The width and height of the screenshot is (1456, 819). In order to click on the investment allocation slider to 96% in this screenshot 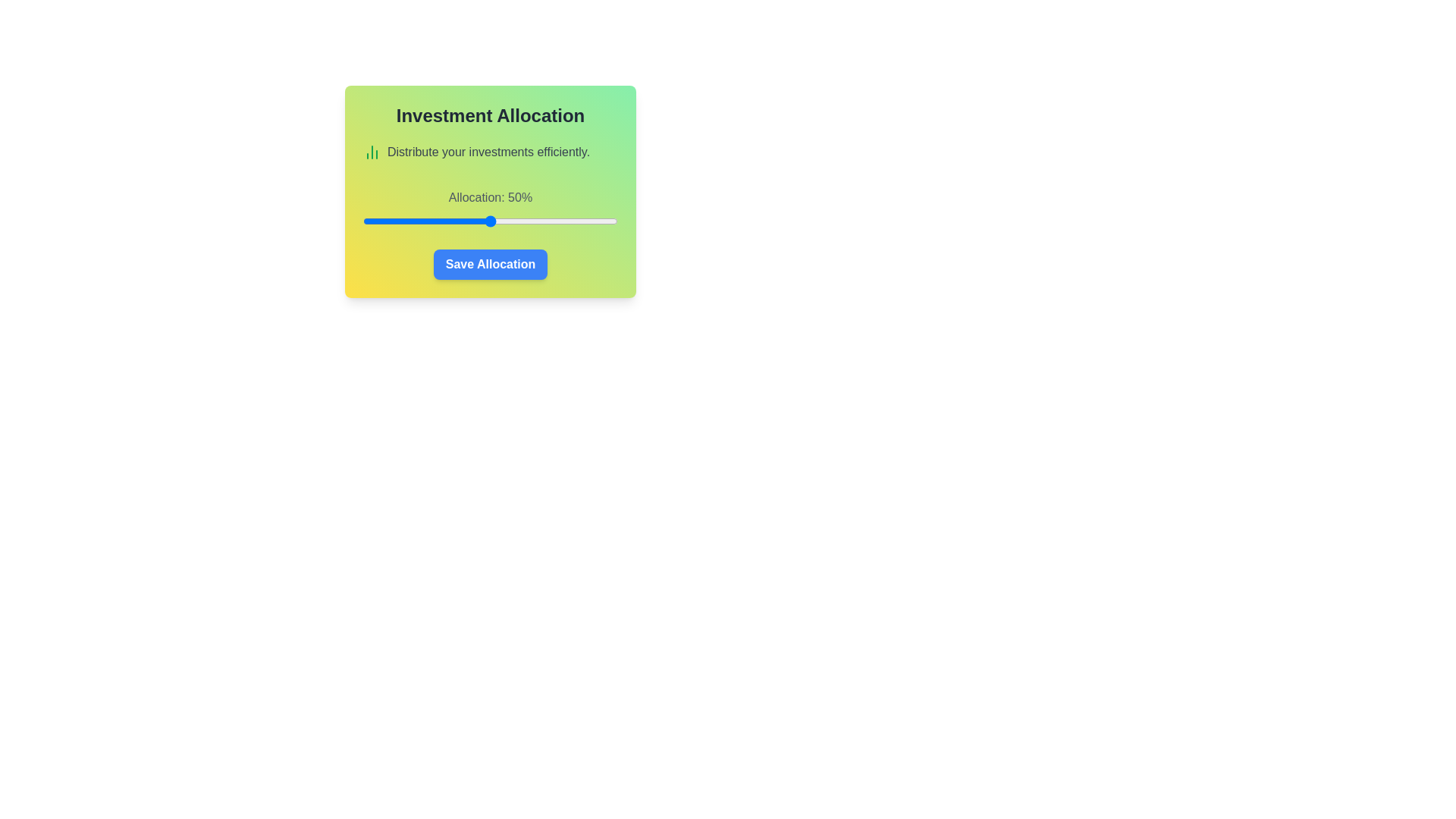, I will do `click(607, 221)`.